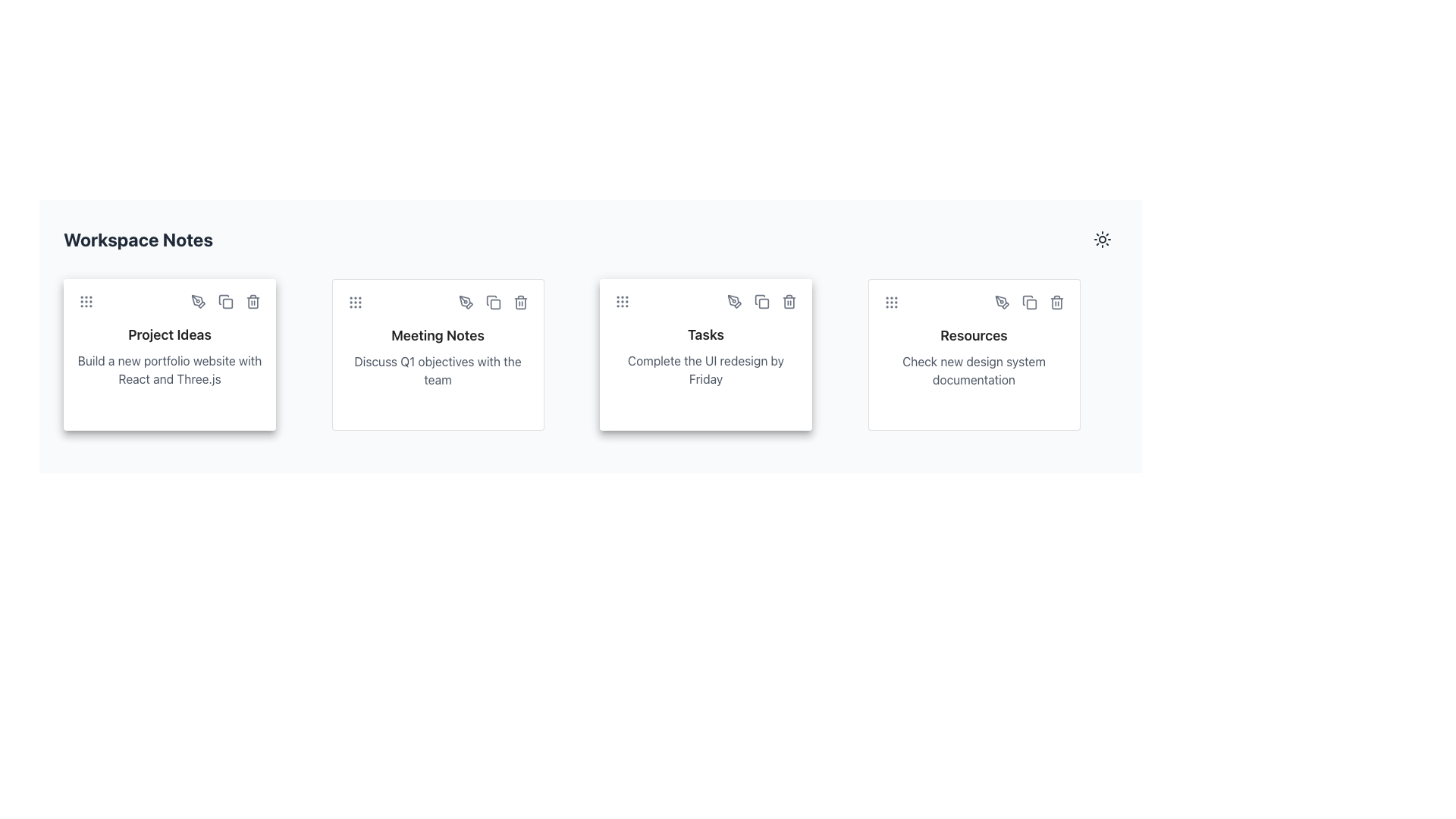  Describe the element at coordinates (622, 301) in the screenshot. I see `the drag handle grip icon located in the top-left corner of the 'Tasks' card in the 'Workspace Notes' section` at that location.